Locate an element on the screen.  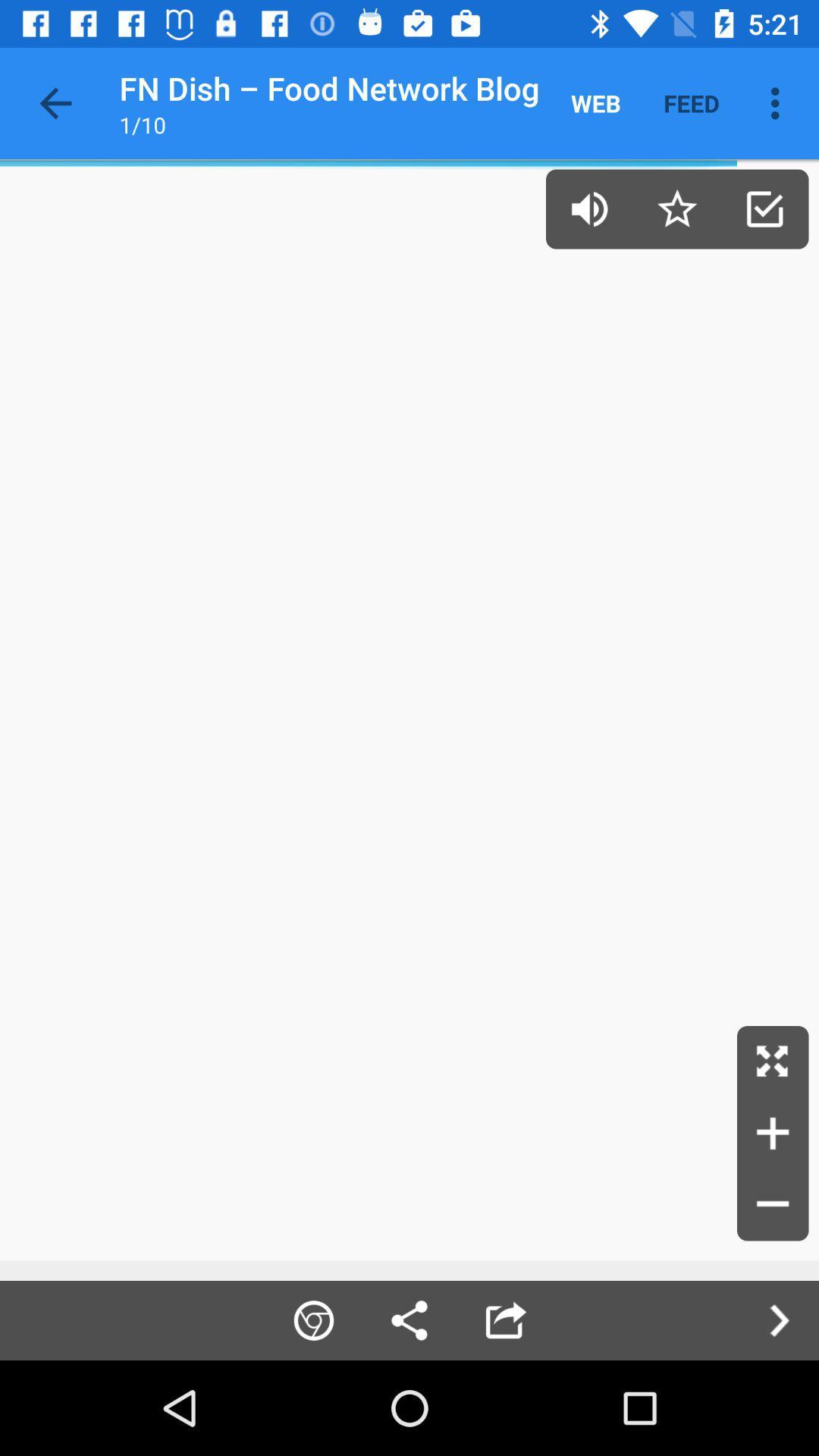
the feed is located at coordinates (691, 102).